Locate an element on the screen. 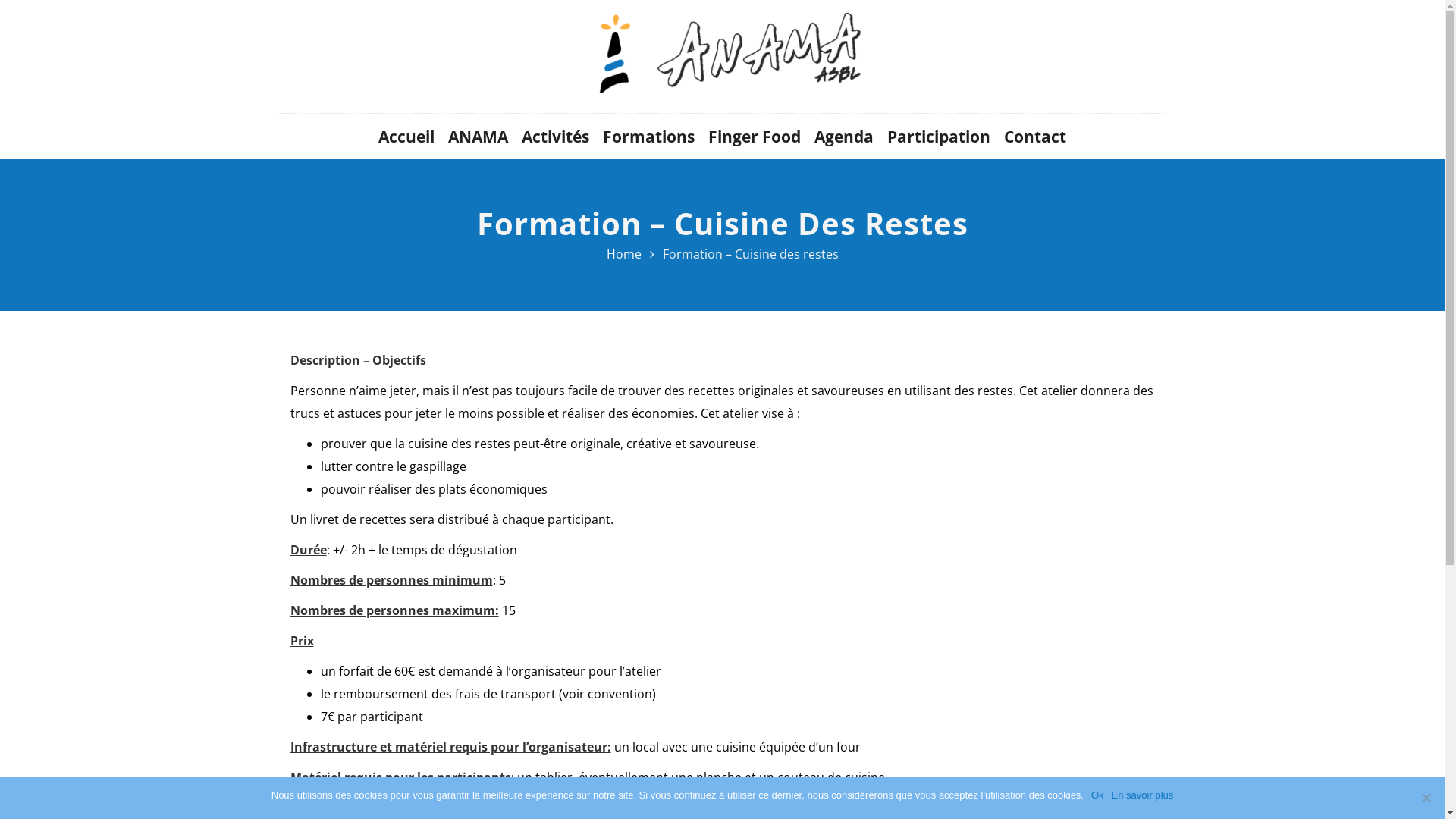  'Finger Food' is located at coordinates (708, 136).